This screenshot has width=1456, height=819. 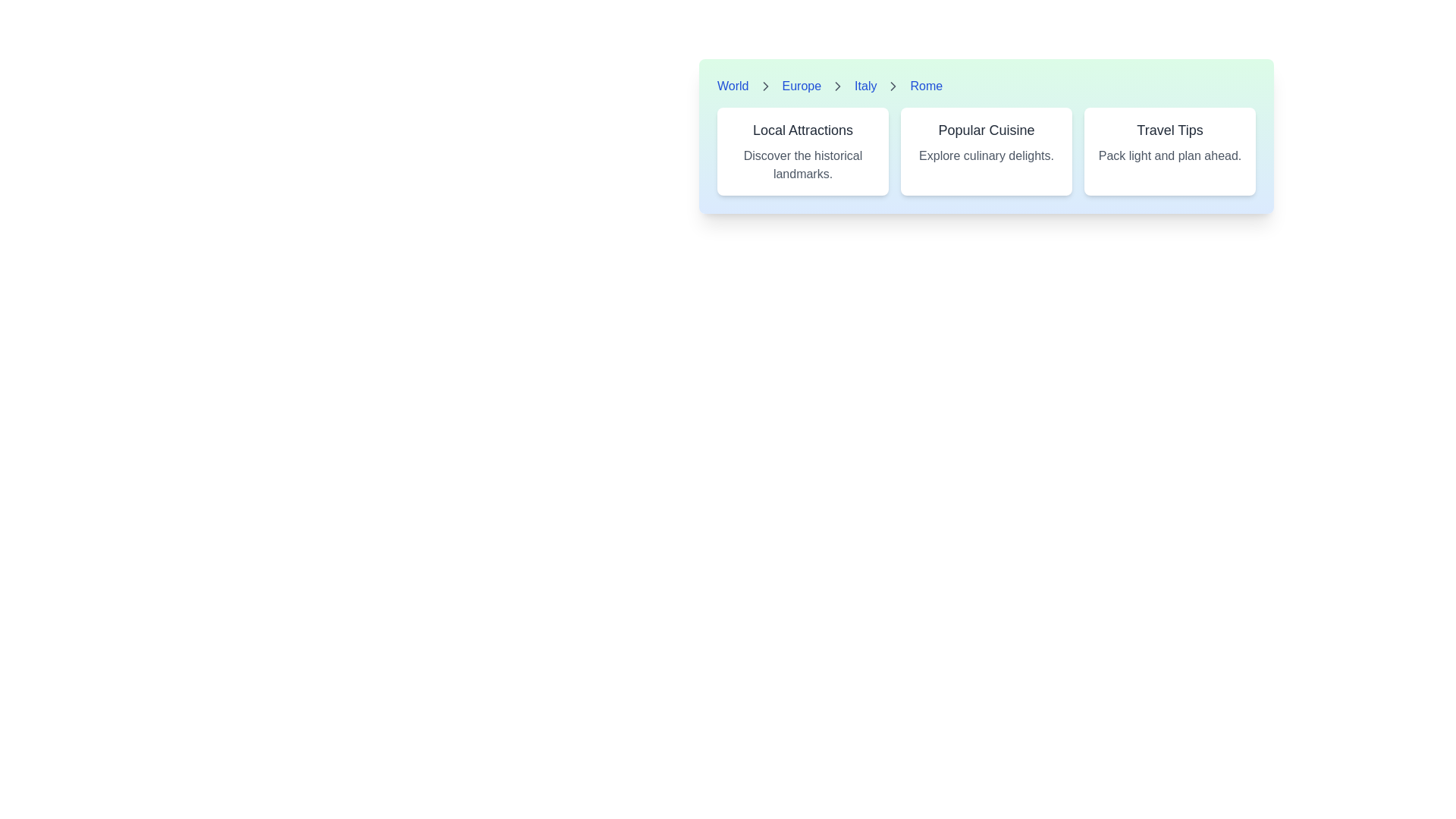 I want to click on the text label that provides a description for the 'Popular Cuisine' card, located below the heading within a white card in the center of the interface, so click(x=986, y=155).